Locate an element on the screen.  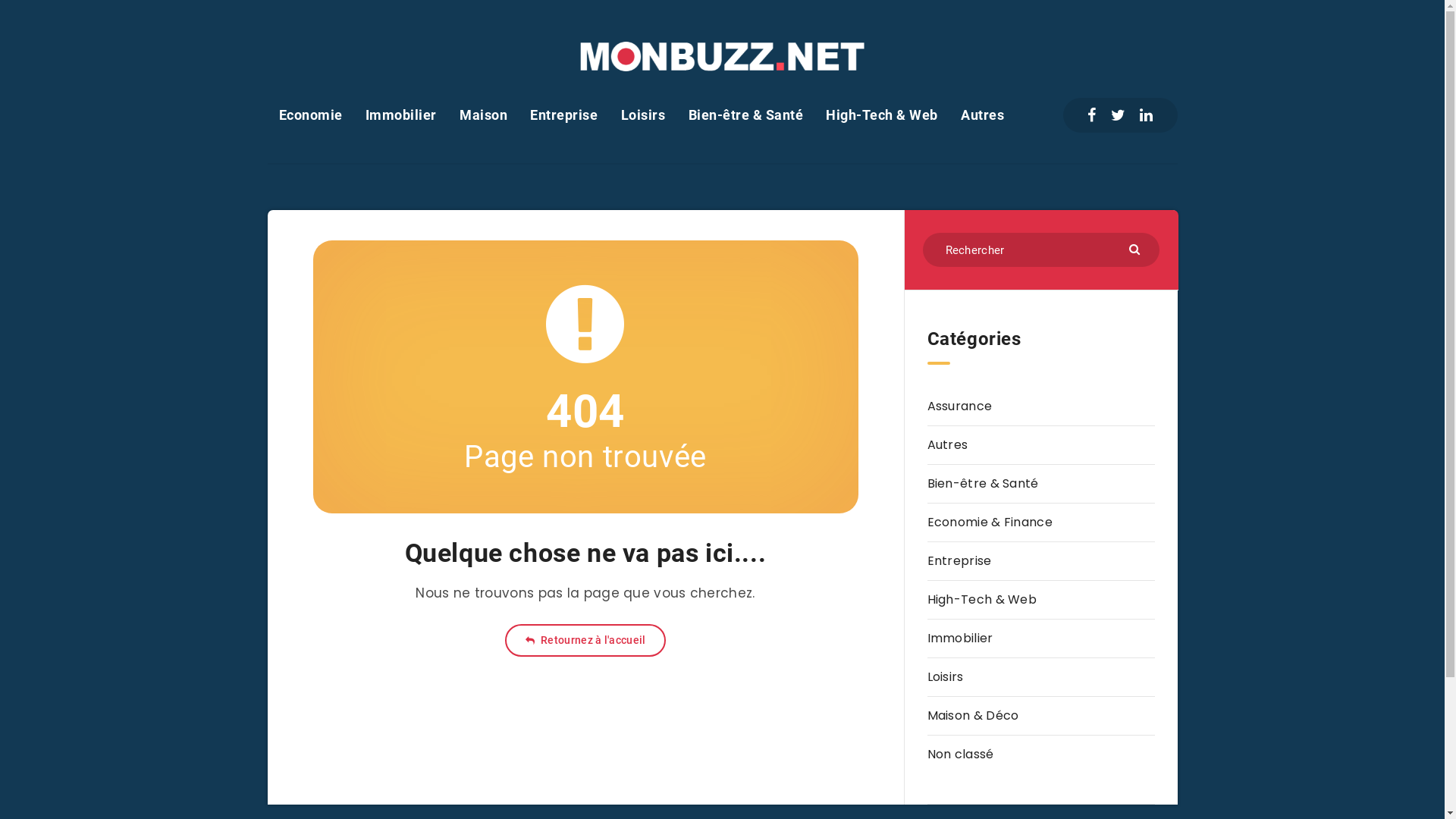
'Entreprise' is located at coordinates (958, 561).